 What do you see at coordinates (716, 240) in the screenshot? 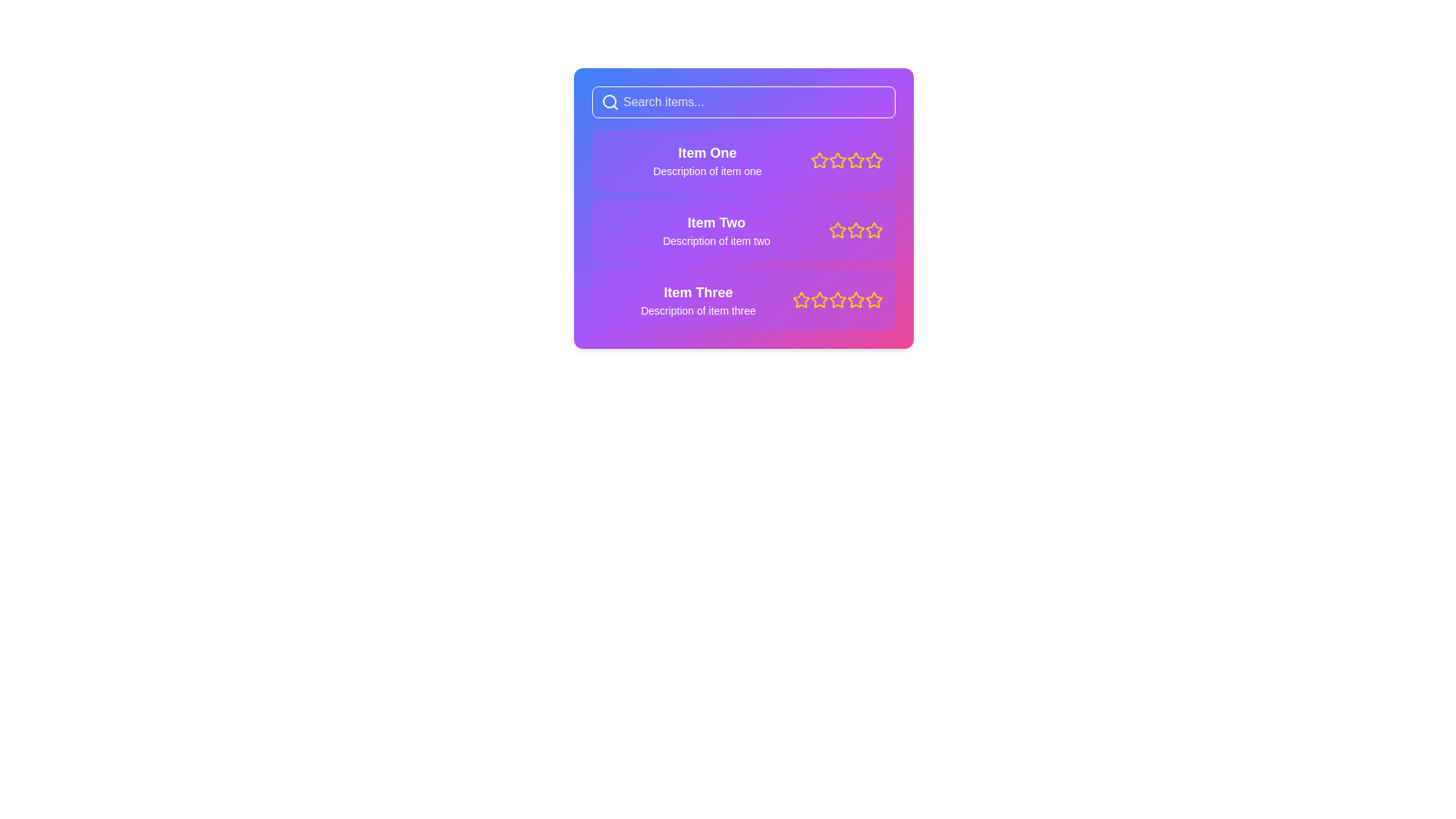
I see `the text label providing additional details related to 'Item Two' in the list, which is positioned below its sibling title and centered horizontally` at bounding box center [716, 240].